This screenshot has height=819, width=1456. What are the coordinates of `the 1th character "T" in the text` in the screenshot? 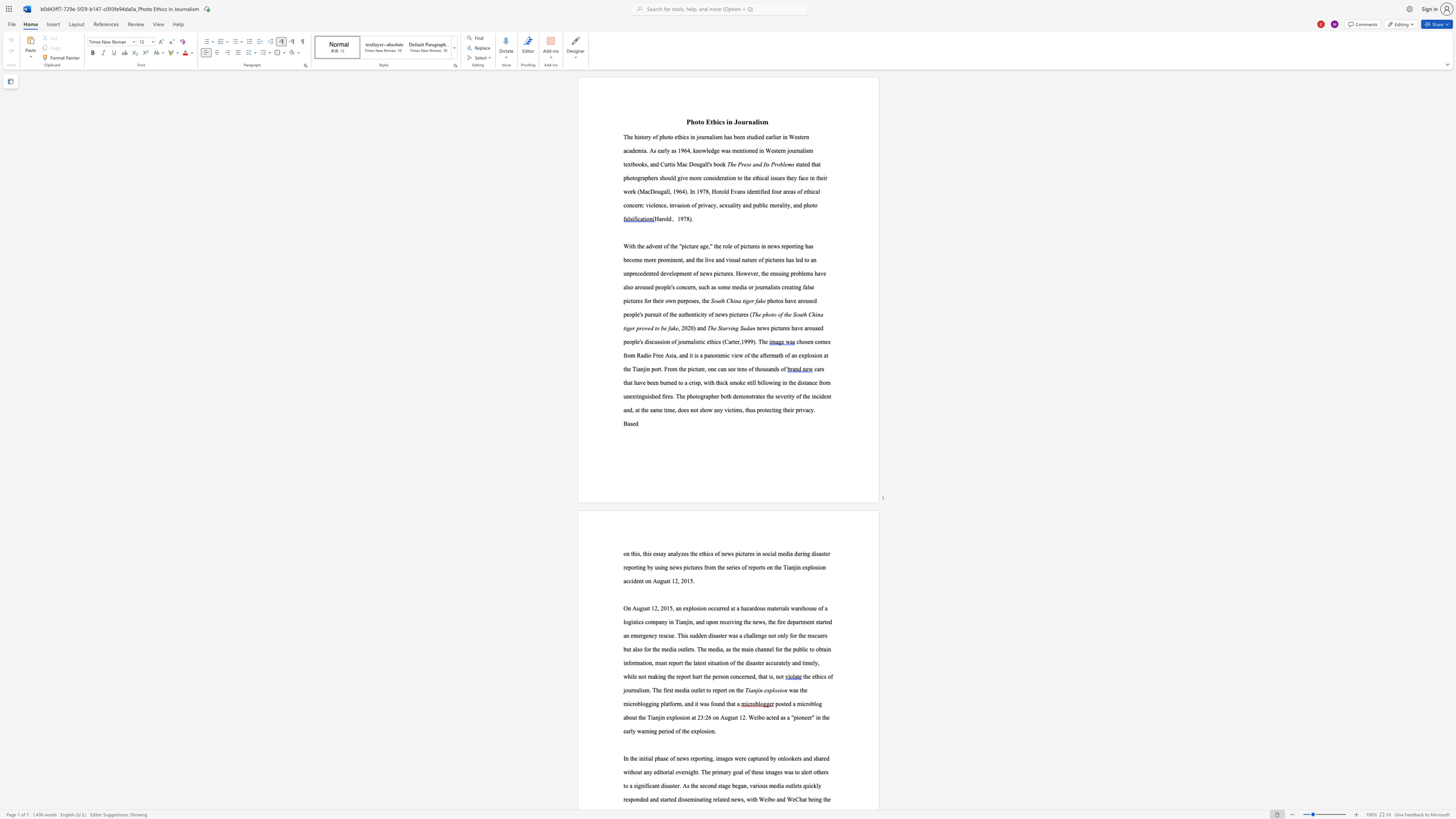 It's located at (785, 566).